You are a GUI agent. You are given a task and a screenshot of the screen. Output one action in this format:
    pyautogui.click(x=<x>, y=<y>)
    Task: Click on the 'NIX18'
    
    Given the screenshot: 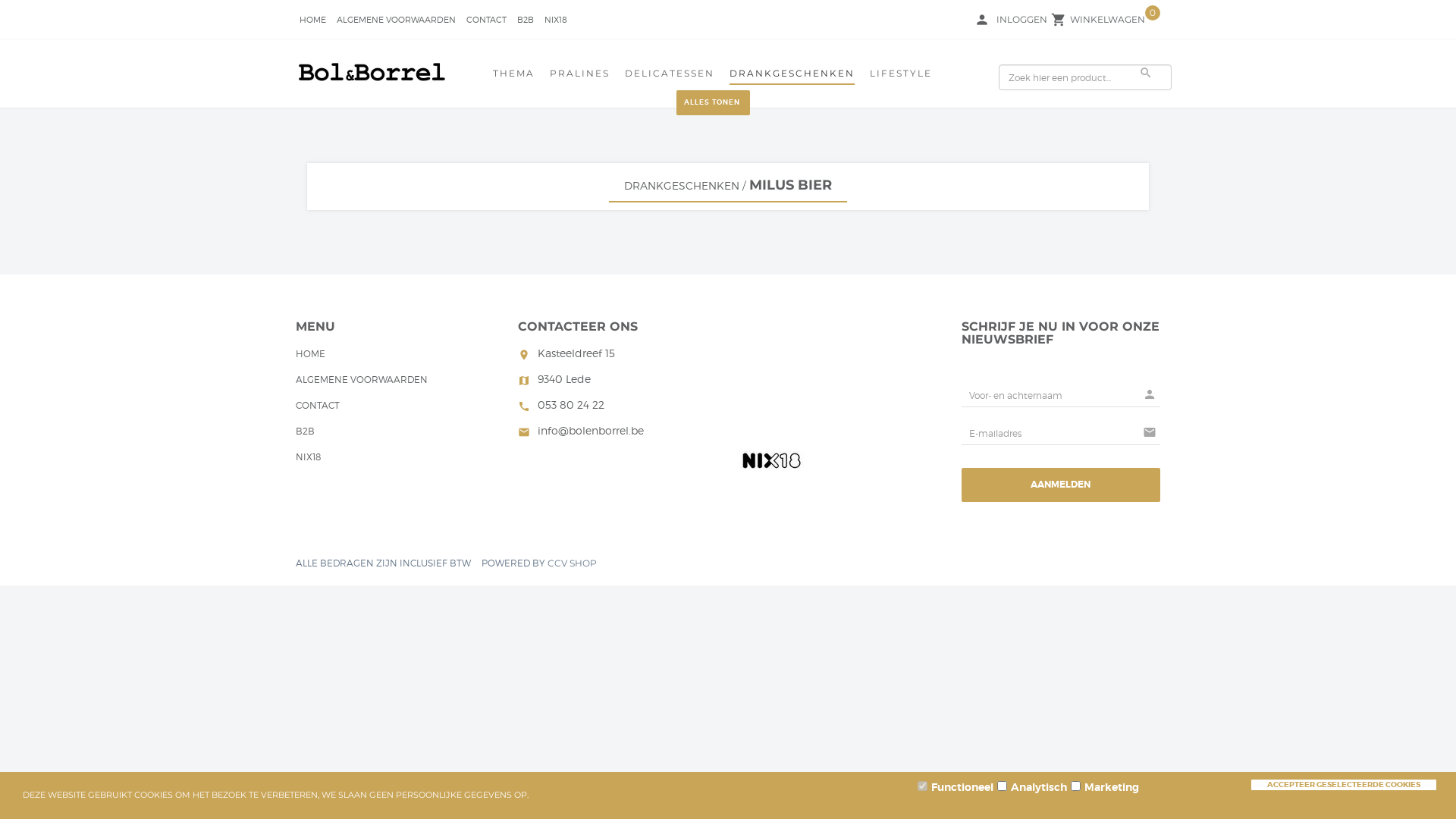 What is the action you would take?
    pyautogui.click(x=307, y=458)
    